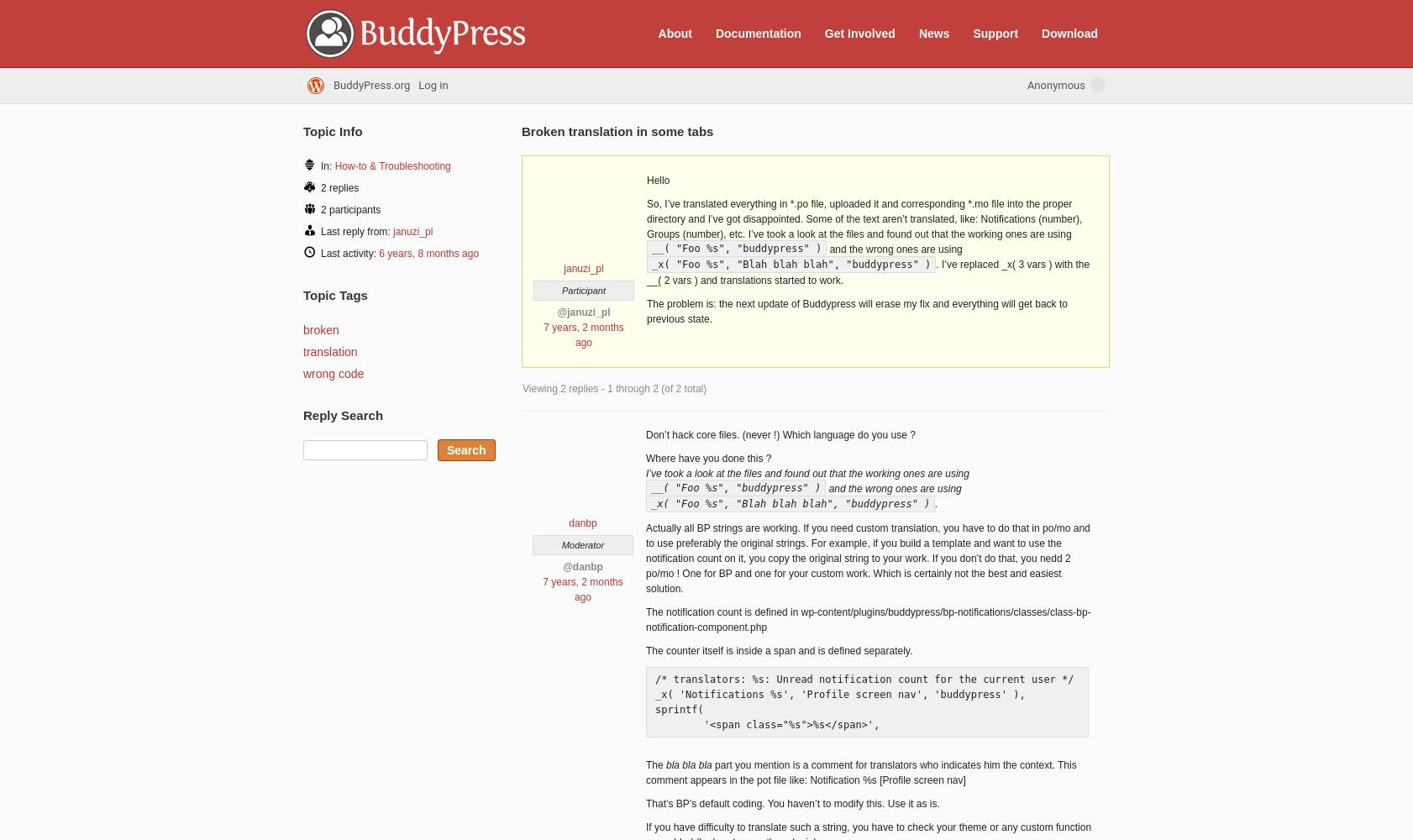 The height and width of the screenshot is (840, 1413). I want to click on '2 replies', so click(339, 187).